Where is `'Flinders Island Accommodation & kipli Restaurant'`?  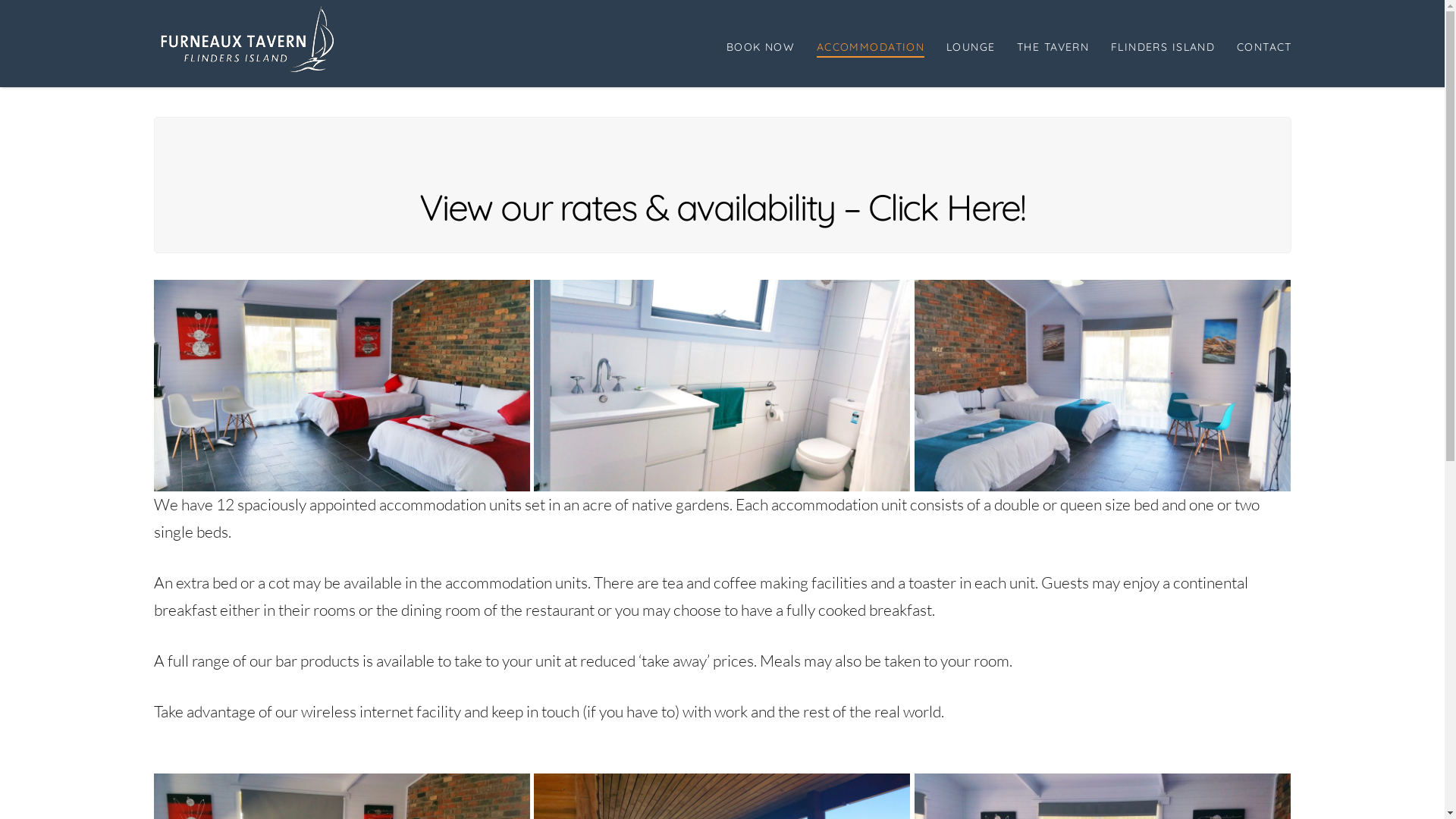 'Flinders Island Accommodation & kipli Restaurant' is located at coordinates (248, 37).